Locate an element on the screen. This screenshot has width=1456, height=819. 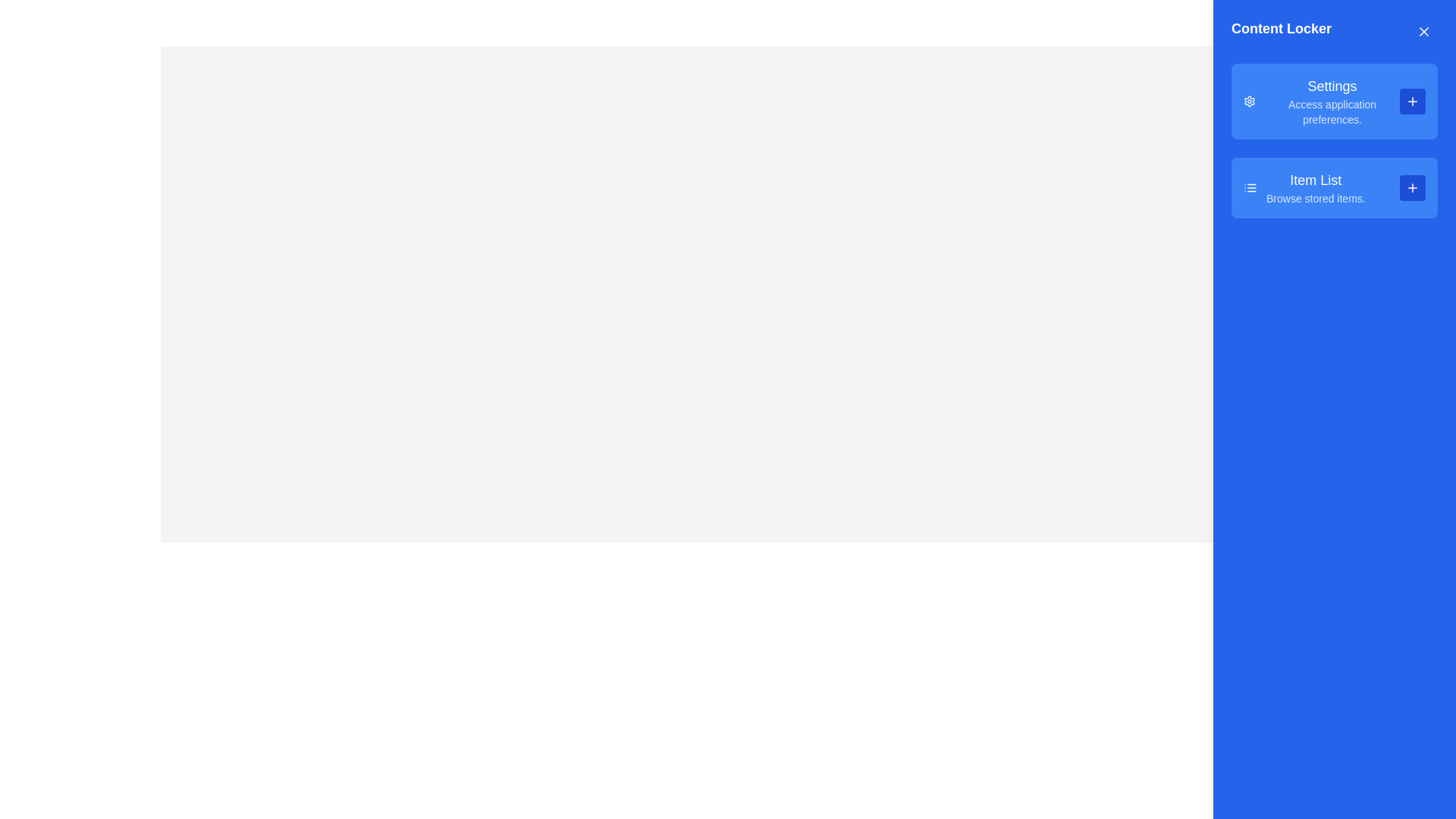
the blue rectangular button with rounded corners labeled 'Settings' is located at coordinates (1335, 102).